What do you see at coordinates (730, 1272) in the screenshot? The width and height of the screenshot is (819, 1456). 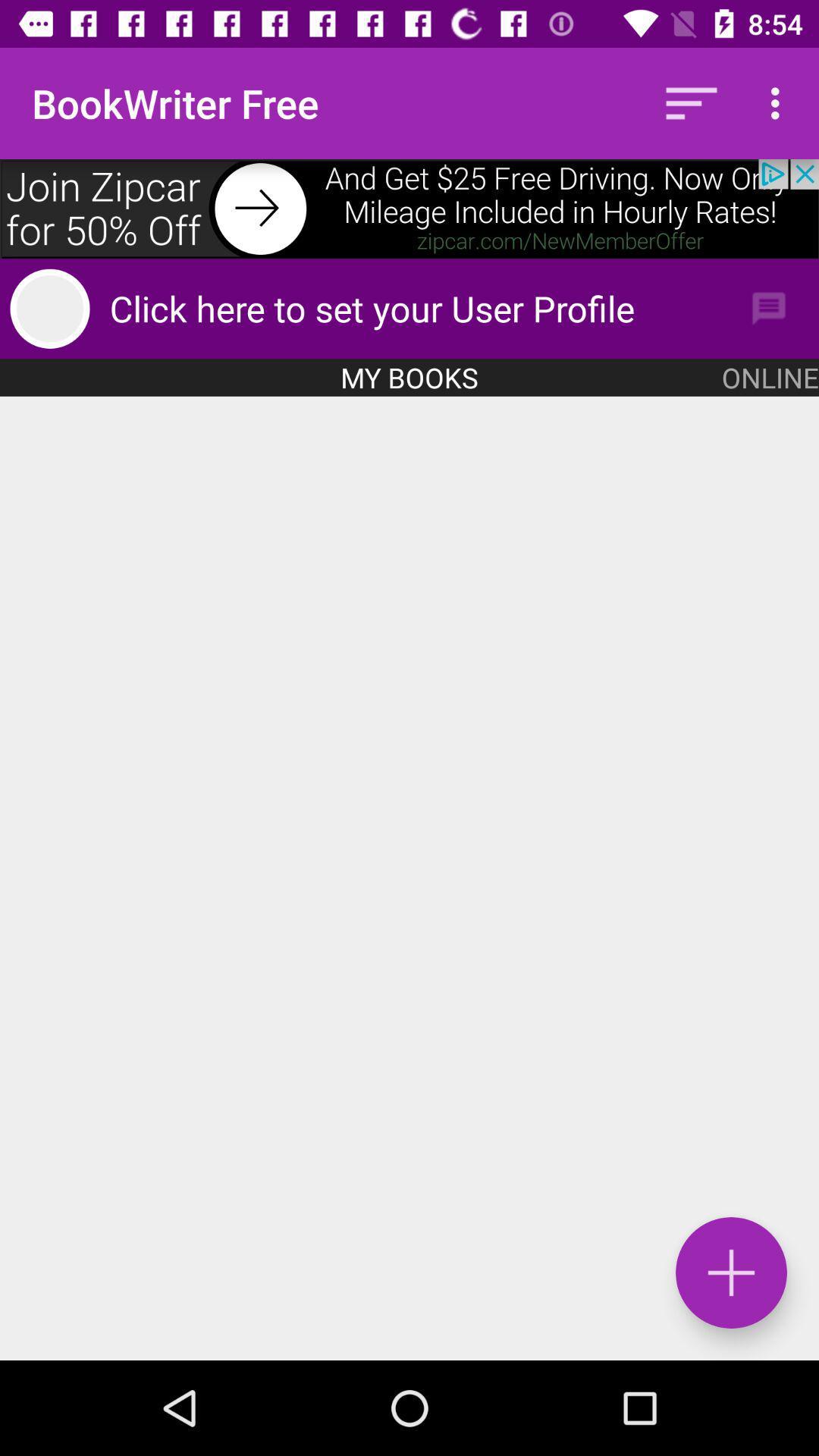 I see `the add icon` at bounding box center [730, 1272].